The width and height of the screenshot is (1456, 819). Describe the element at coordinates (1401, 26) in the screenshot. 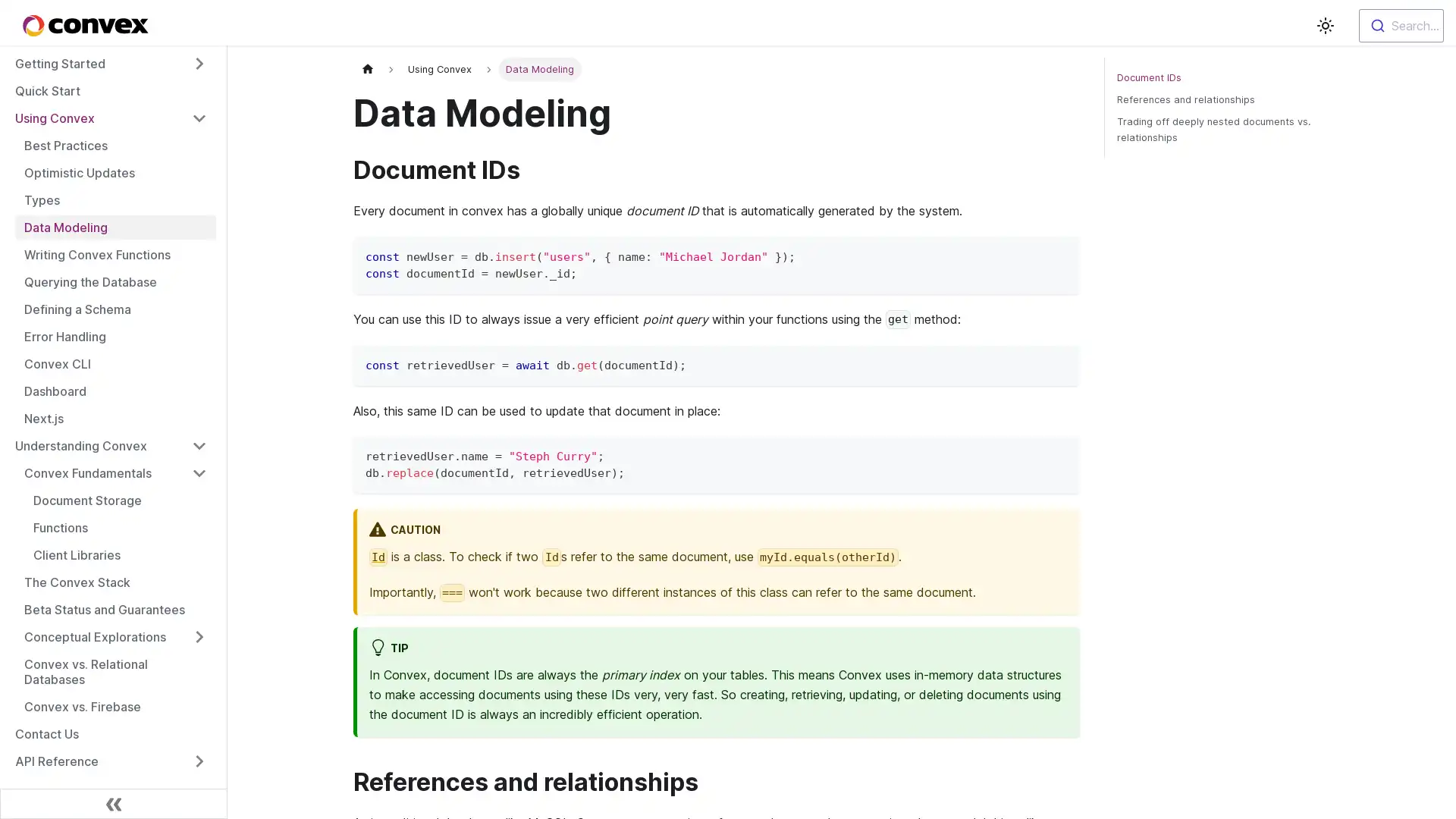

I see `Search...` at that location.